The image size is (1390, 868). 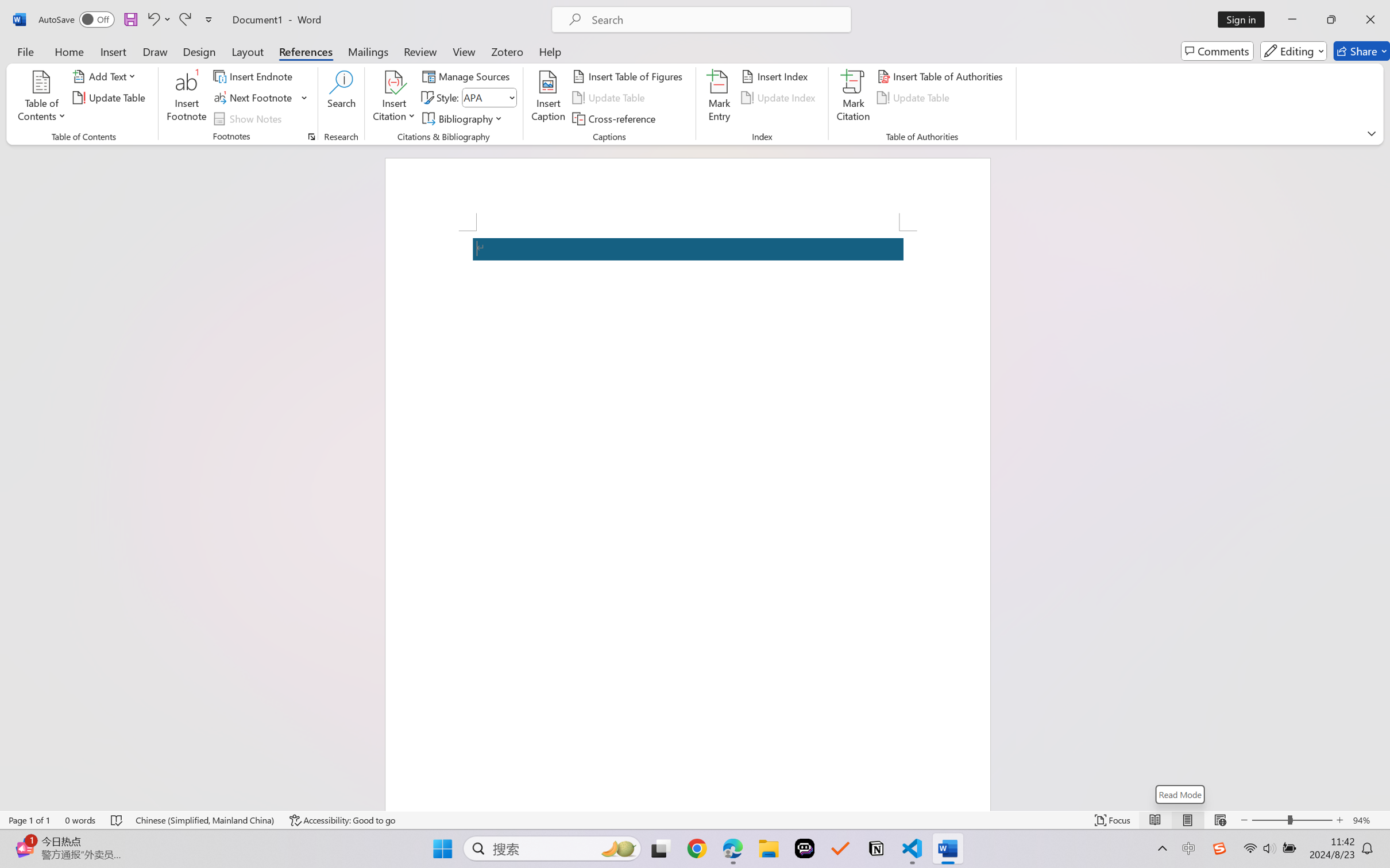 I want to click on 'Style', so click(x=484, y=96).